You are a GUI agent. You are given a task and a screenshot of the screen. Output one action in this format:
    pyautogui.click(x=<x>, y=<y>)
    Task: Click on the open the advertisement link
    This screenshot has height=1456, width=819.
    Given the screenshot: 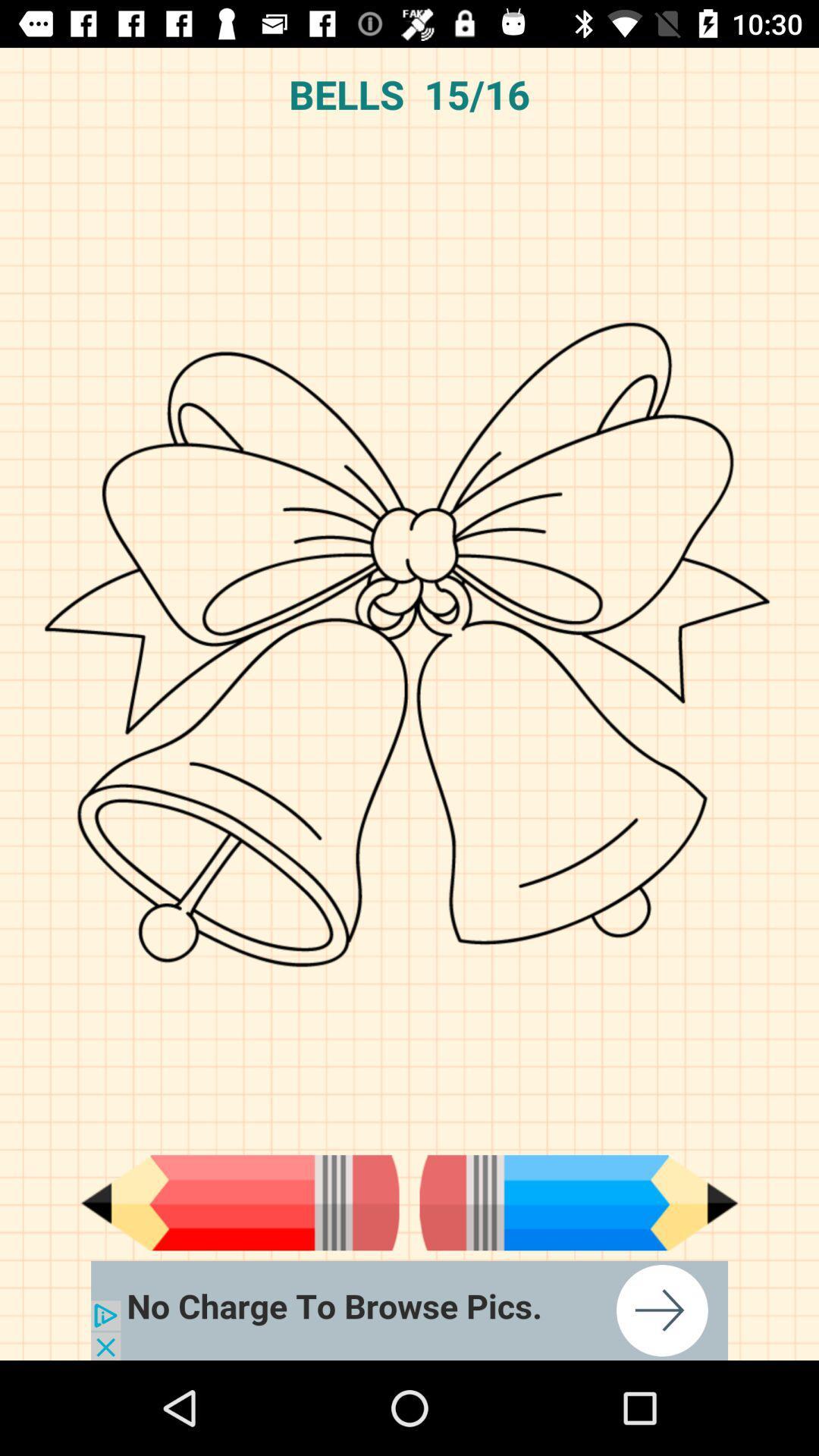 What is the action you would take?
    pyautogui.click(x=409, y=1310)
    